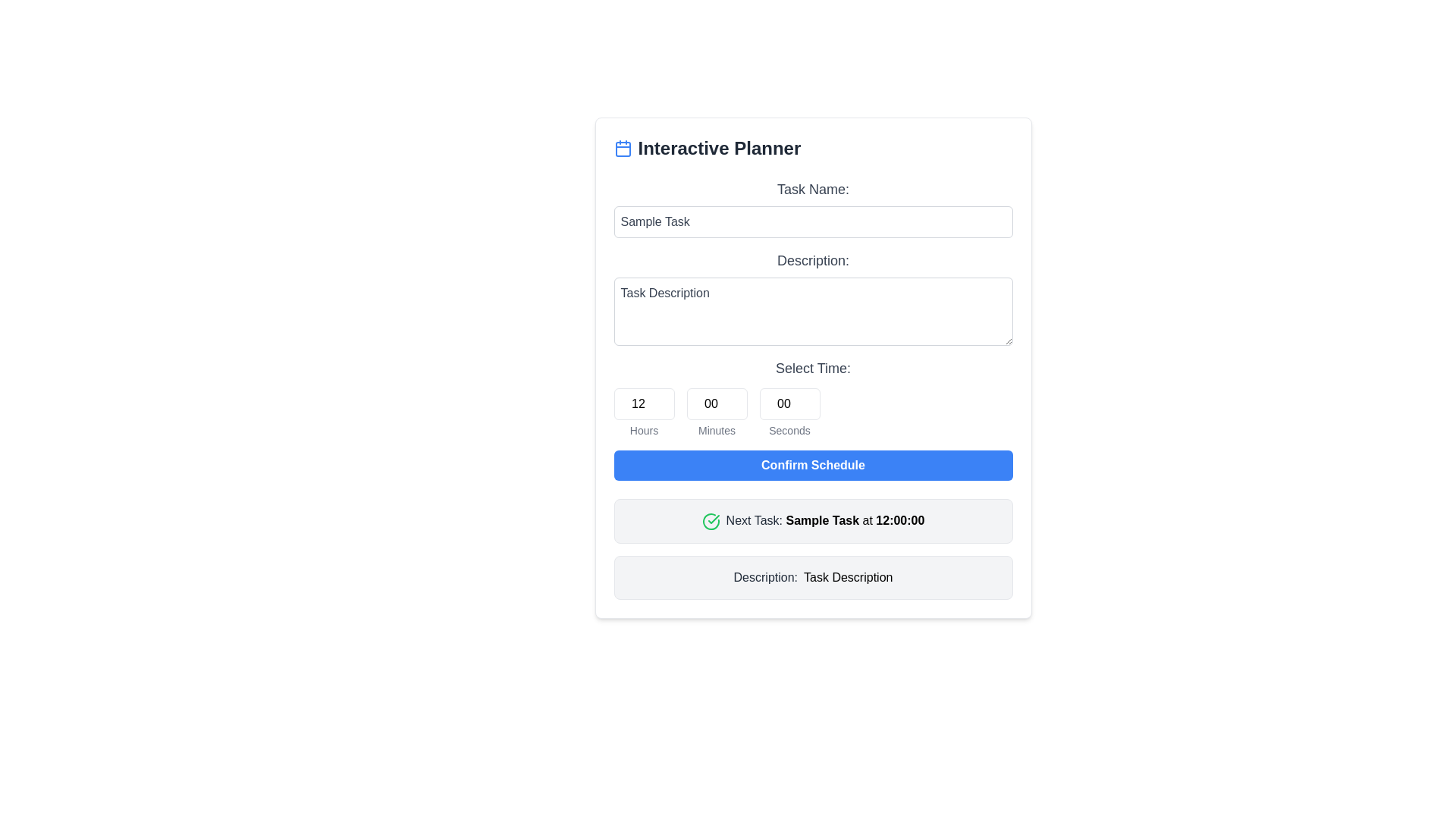  What do you see at coordinates (812, 222) in the screenshot?
I see `the 'Task Name:' input field to focus and start typing, which is the first input field in the form interface` at bounding box center [812, 222].